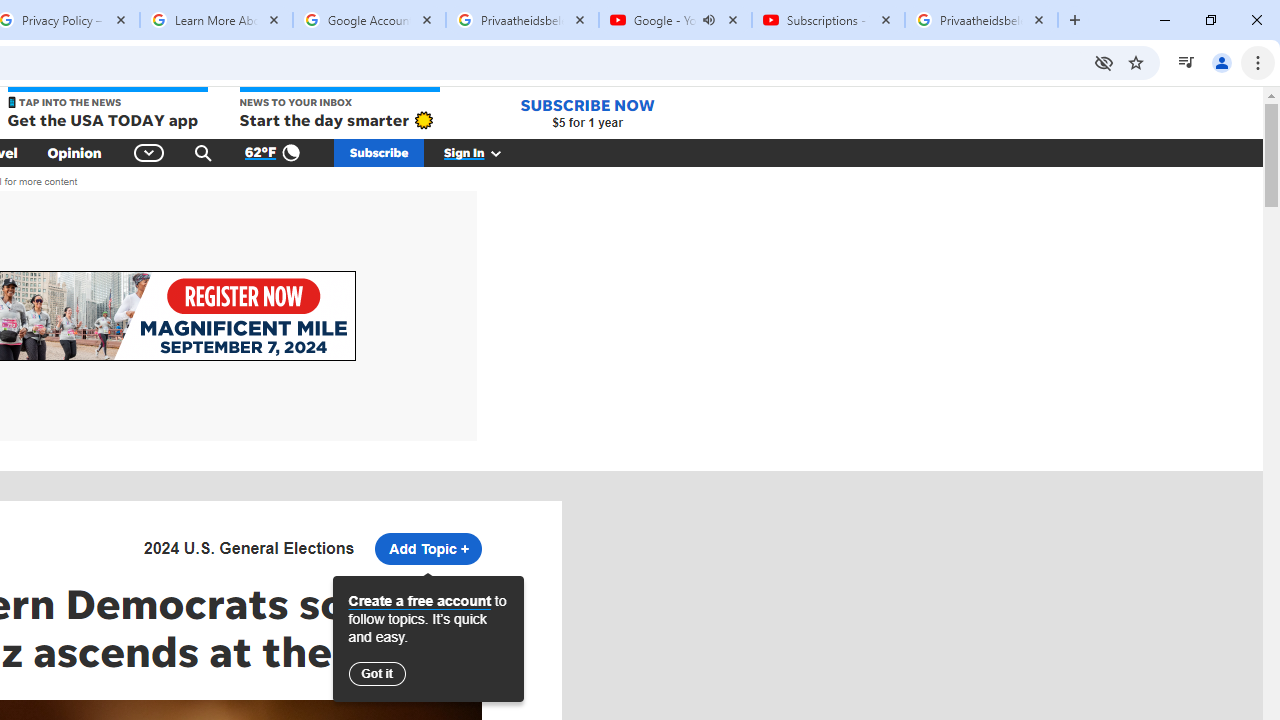 This screenshot has height=720, width=1280. I want to click on 'Mute tab', so click(709, 20).